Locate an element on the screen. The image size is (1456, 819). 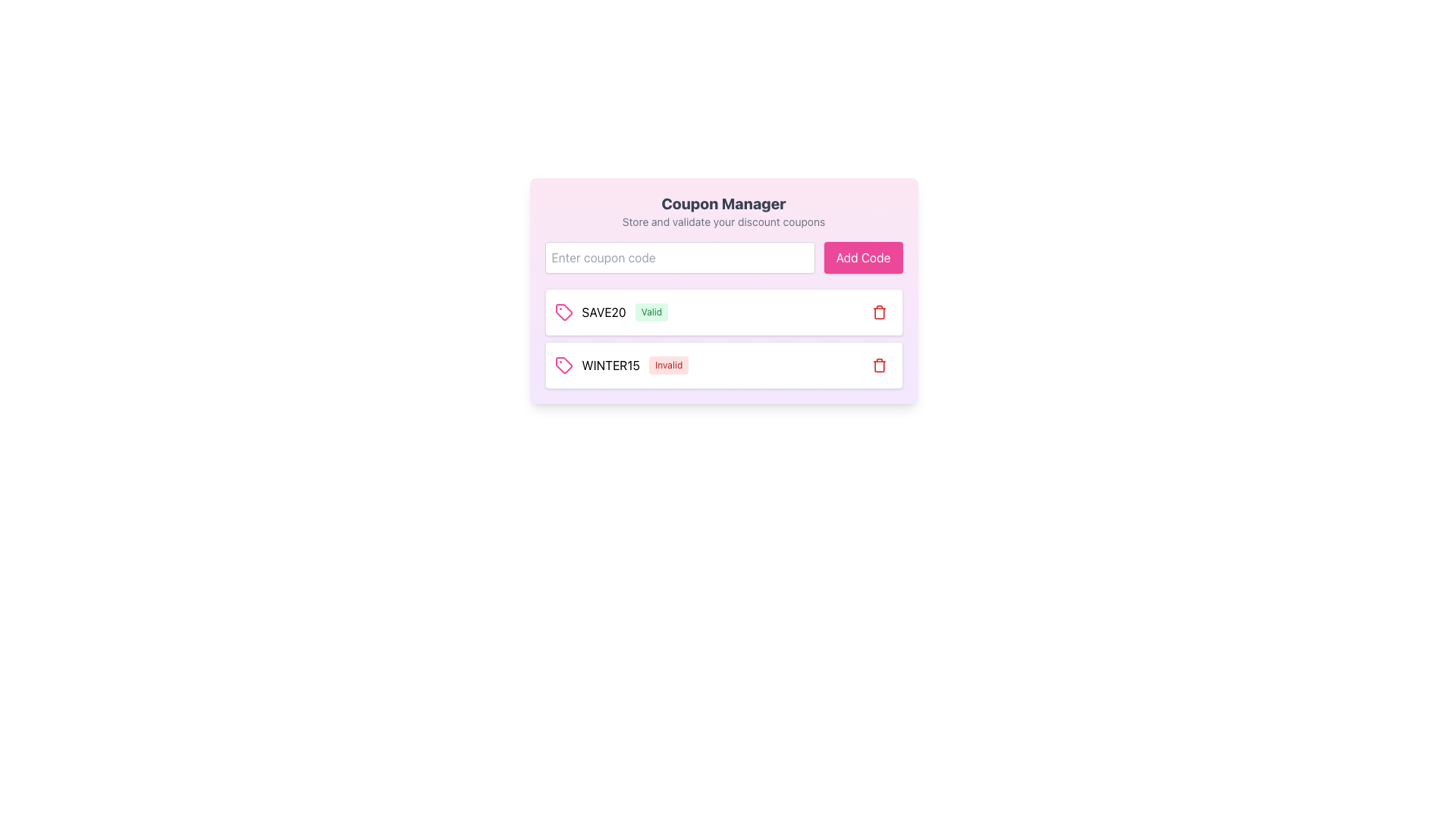
the label displaying the coupon code 'WINTER15' with status 'Invalid' located in the second row of the coupon list is located at coordinates (621, 366).